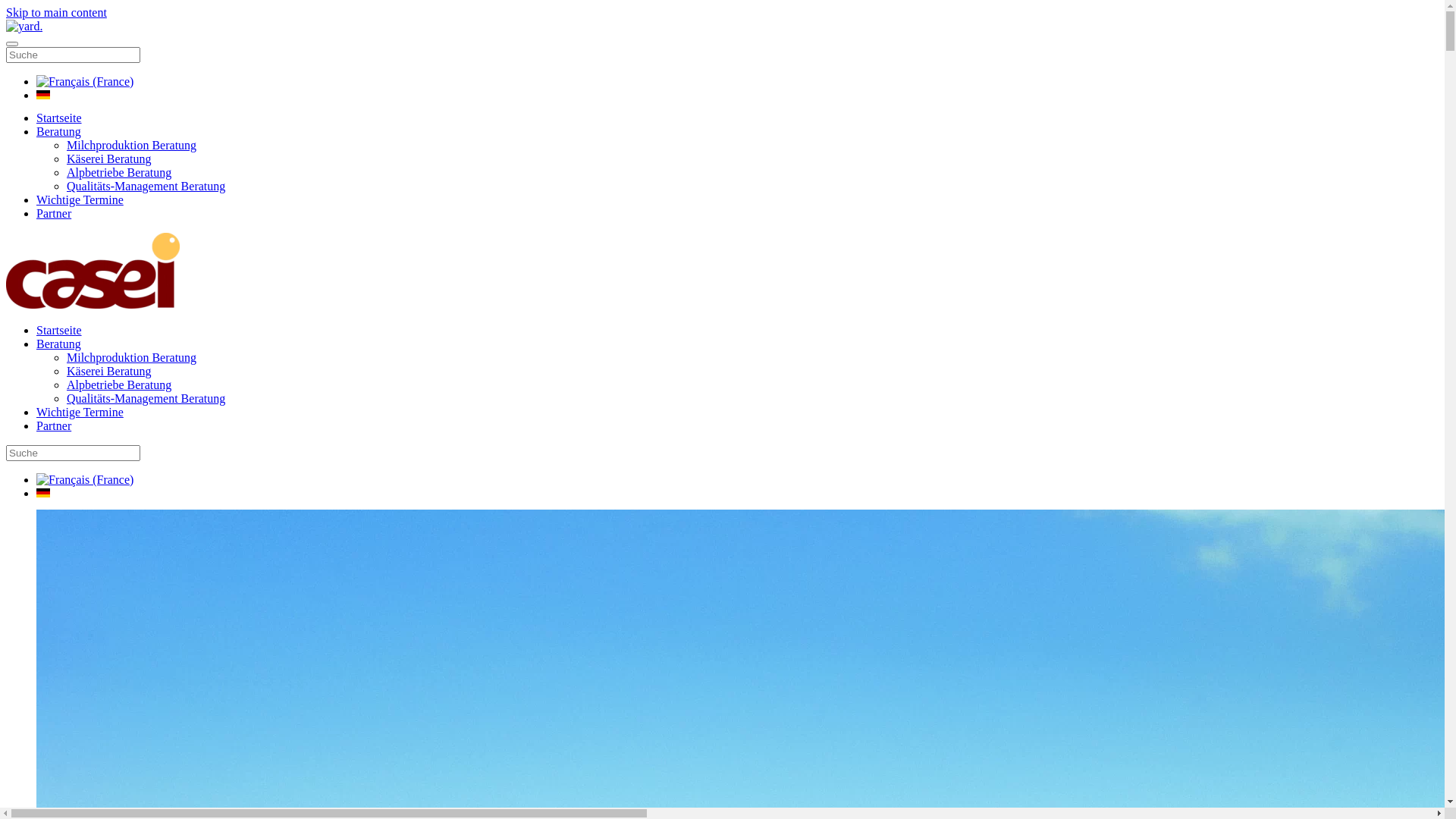 This screenshot has height=819, width=1456. What do you see at coordinates (43, 94) in the screenshot?
I see `'Deutsch (Deutschland)'` at bounding box center [43, 94].